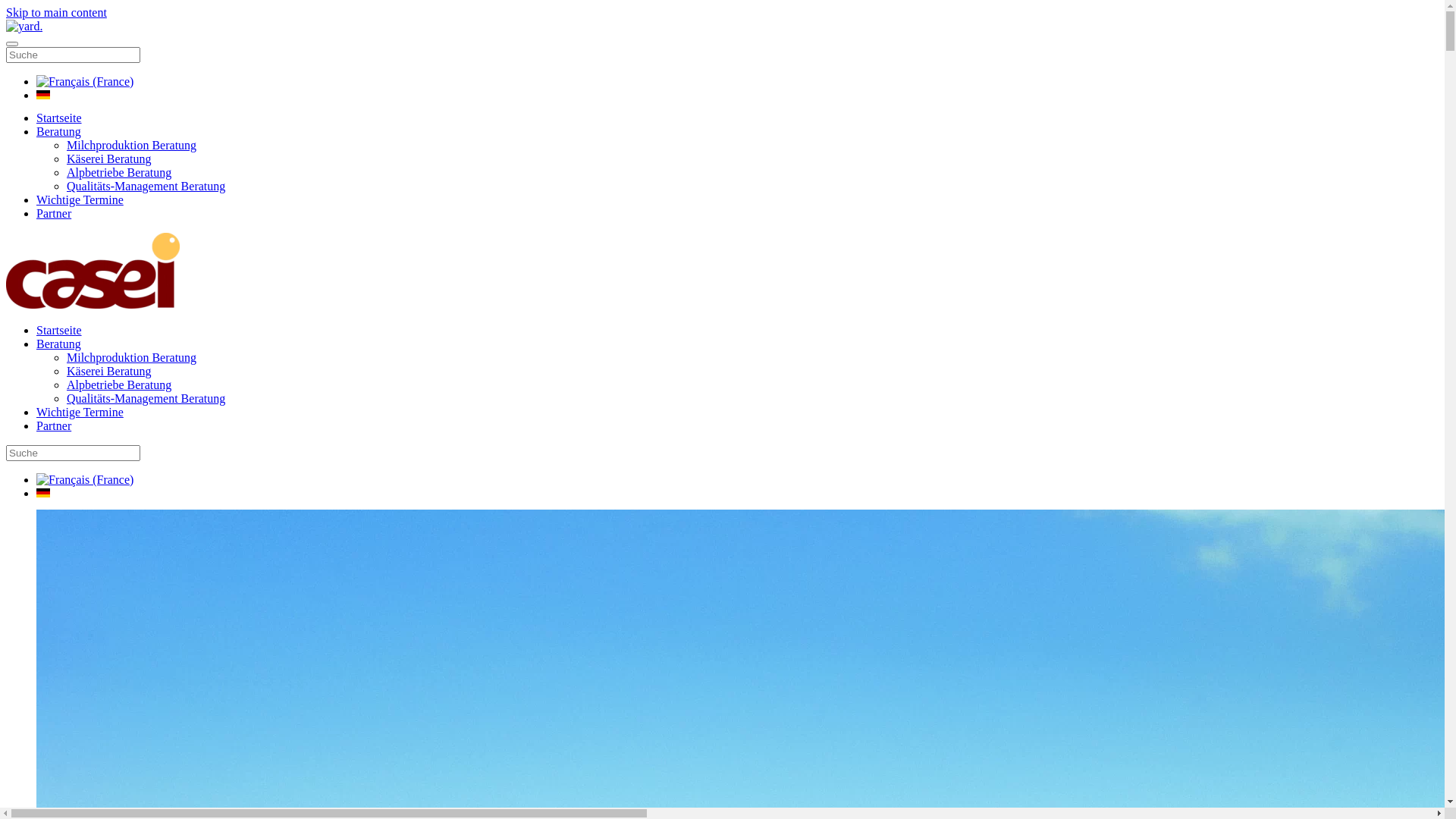 This screenshot has height=819, width=1456. What do you see at coordinates (43, 94) in the screenshot?
I see `'Deutsch (Deutschland)'` at bounding box center [43, 94].